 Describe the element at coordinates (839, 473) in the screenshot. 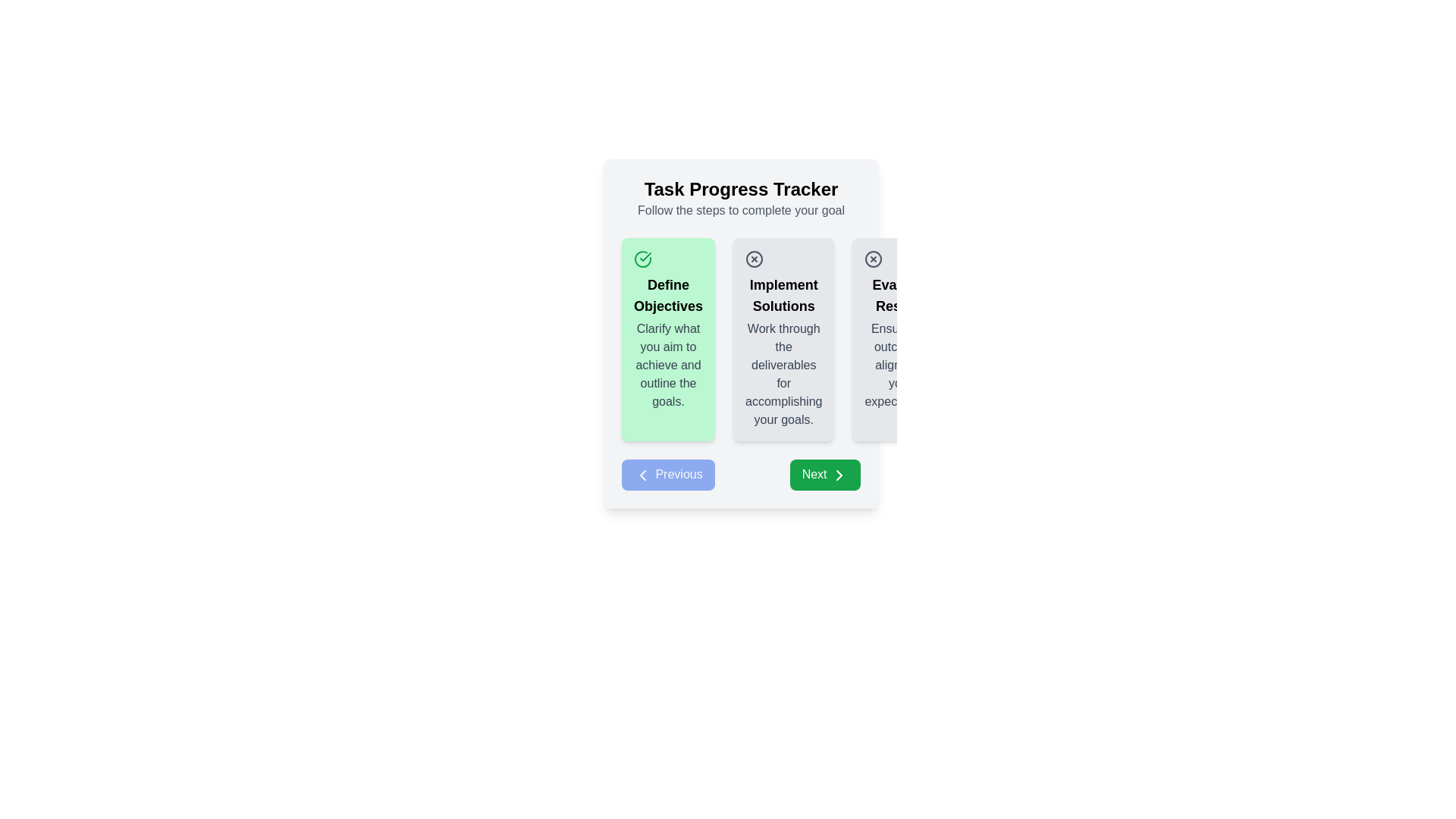

I see `the right-pointing chevron icon located inside the green 'Next' button at the bottom-right corner of the interface, triggering the button's action` at that location.